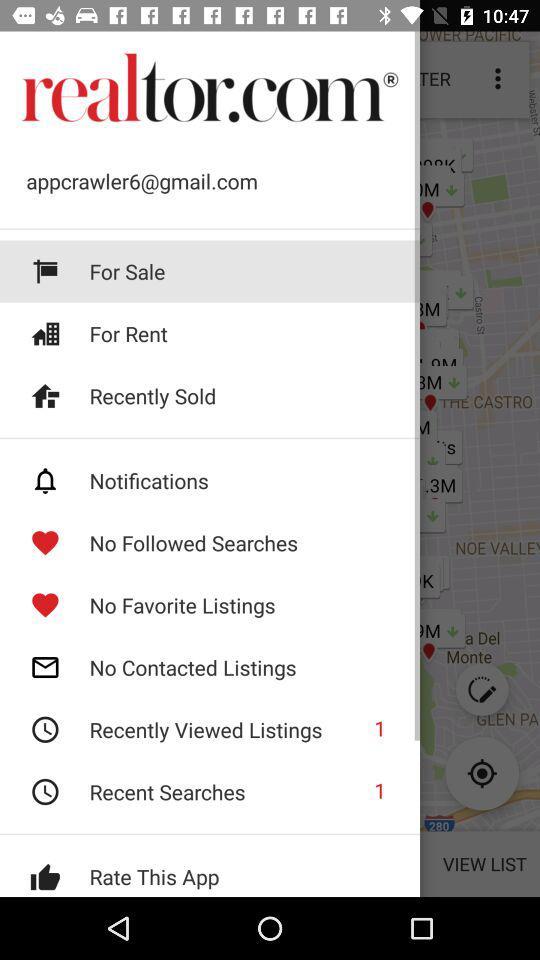 This screenshot has height=960, width=540. Describe the element at coordinates (209, 480) in the screenshot. I see `no tagging` at that location.